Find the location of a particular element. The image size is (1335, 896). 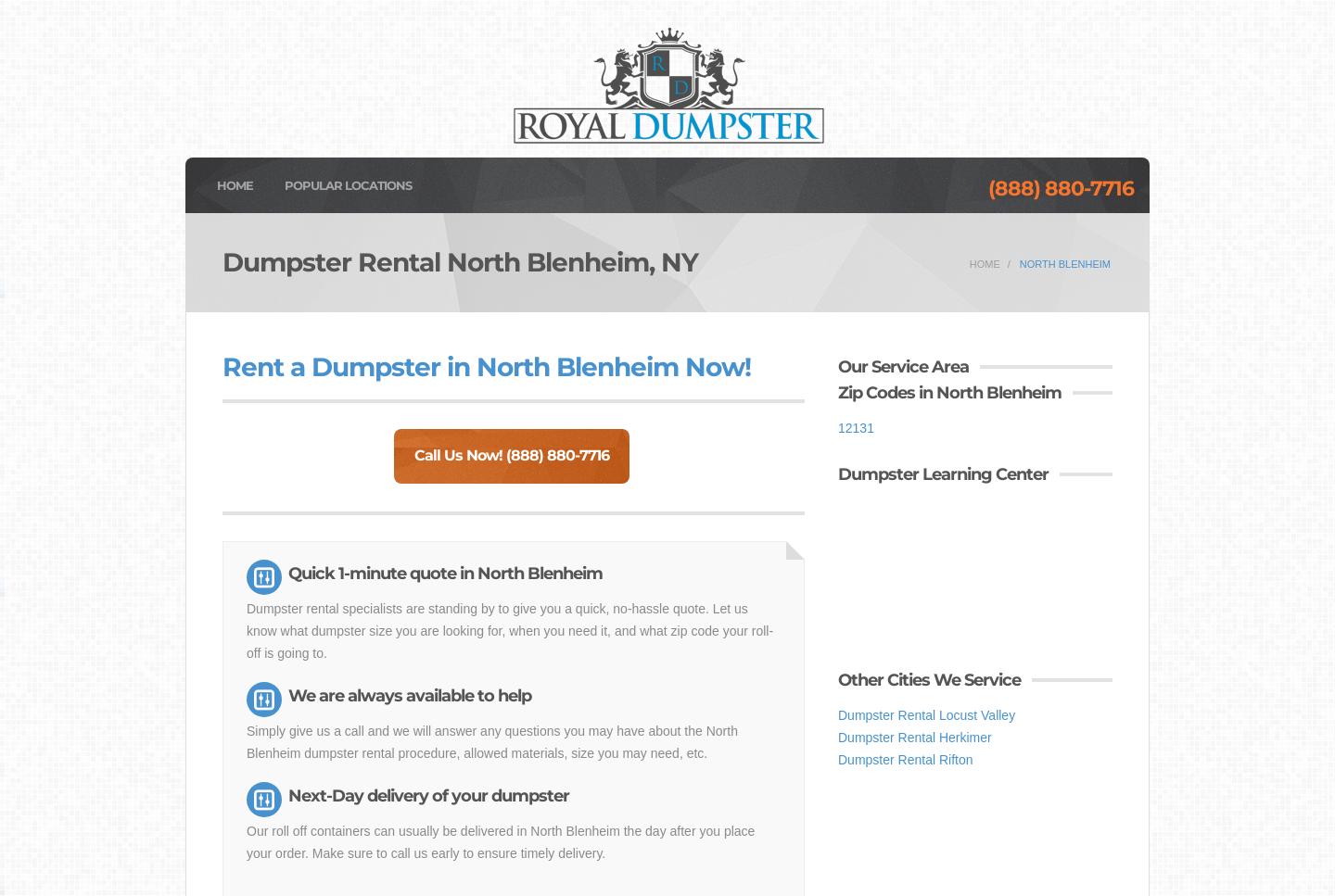

'Simply give us a call and we will answer any questions you may have about the North Blenheim dumpster rental procedure, allowed materials, size you may need, etc.' is located at coordinates (490, 740).